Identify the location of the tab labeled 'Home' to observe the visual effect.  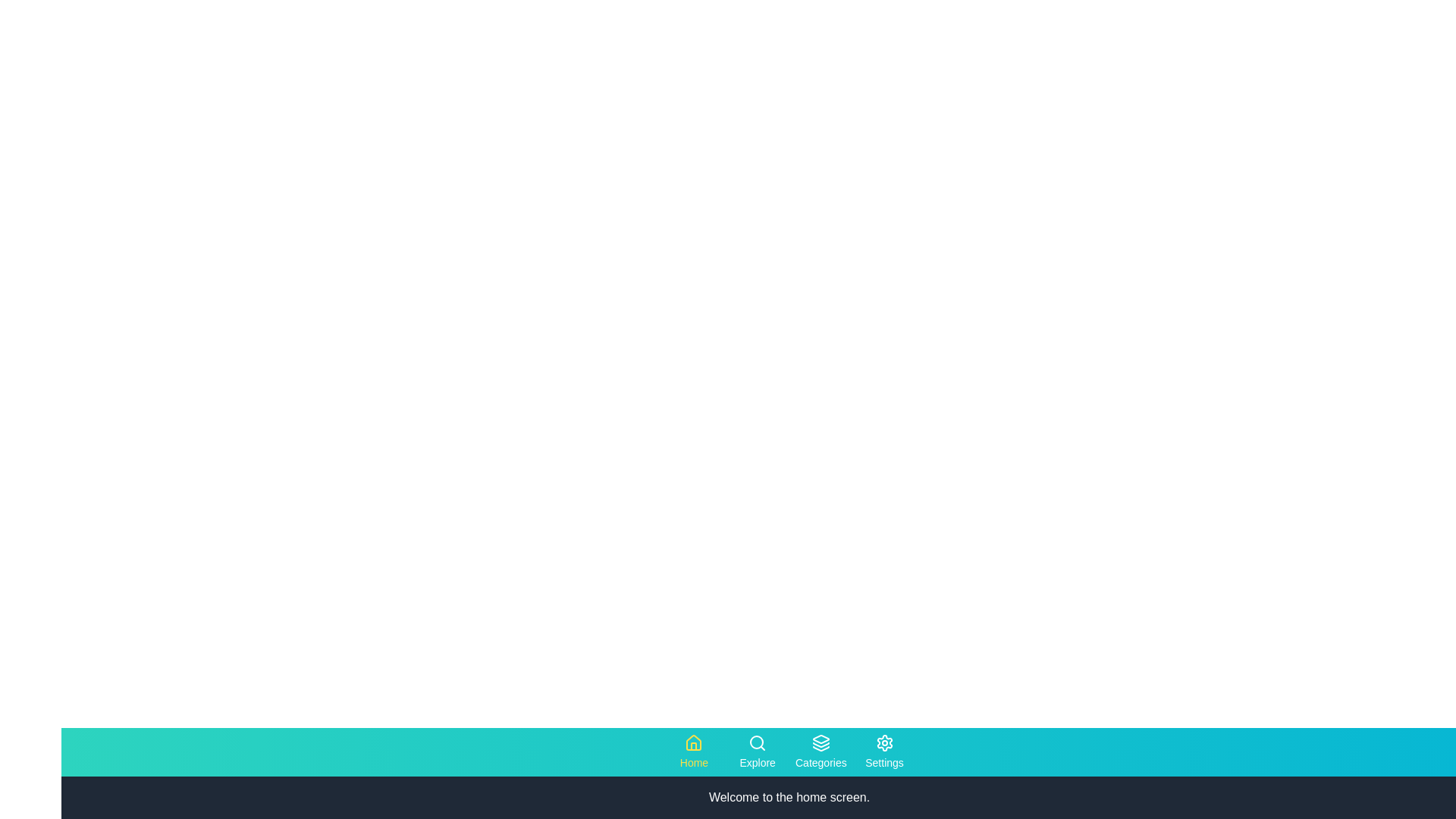
(693, 752).